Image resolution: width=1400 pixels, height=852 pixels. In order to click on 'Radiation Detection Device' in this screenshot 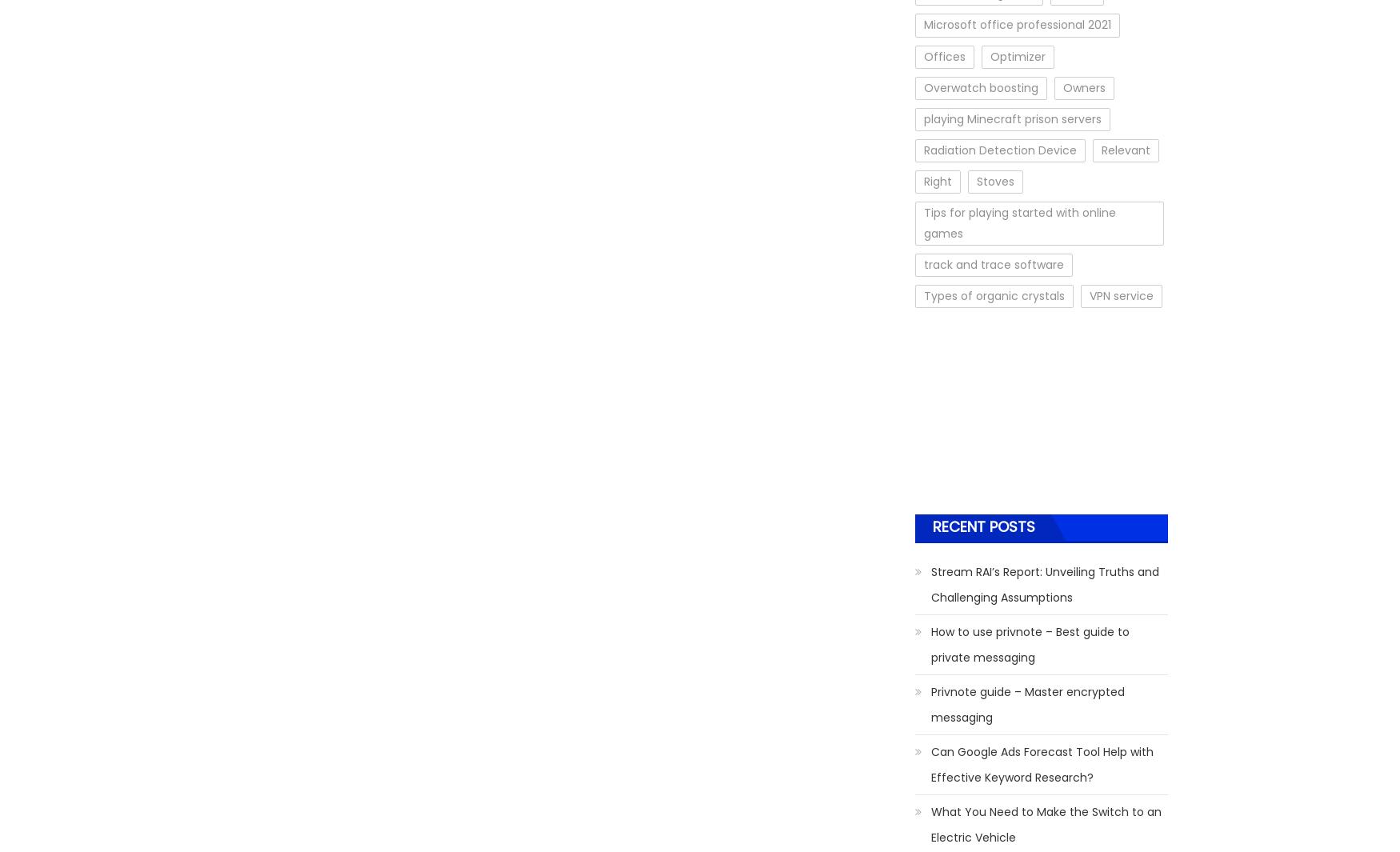, I will do `click(1000, 149)`.